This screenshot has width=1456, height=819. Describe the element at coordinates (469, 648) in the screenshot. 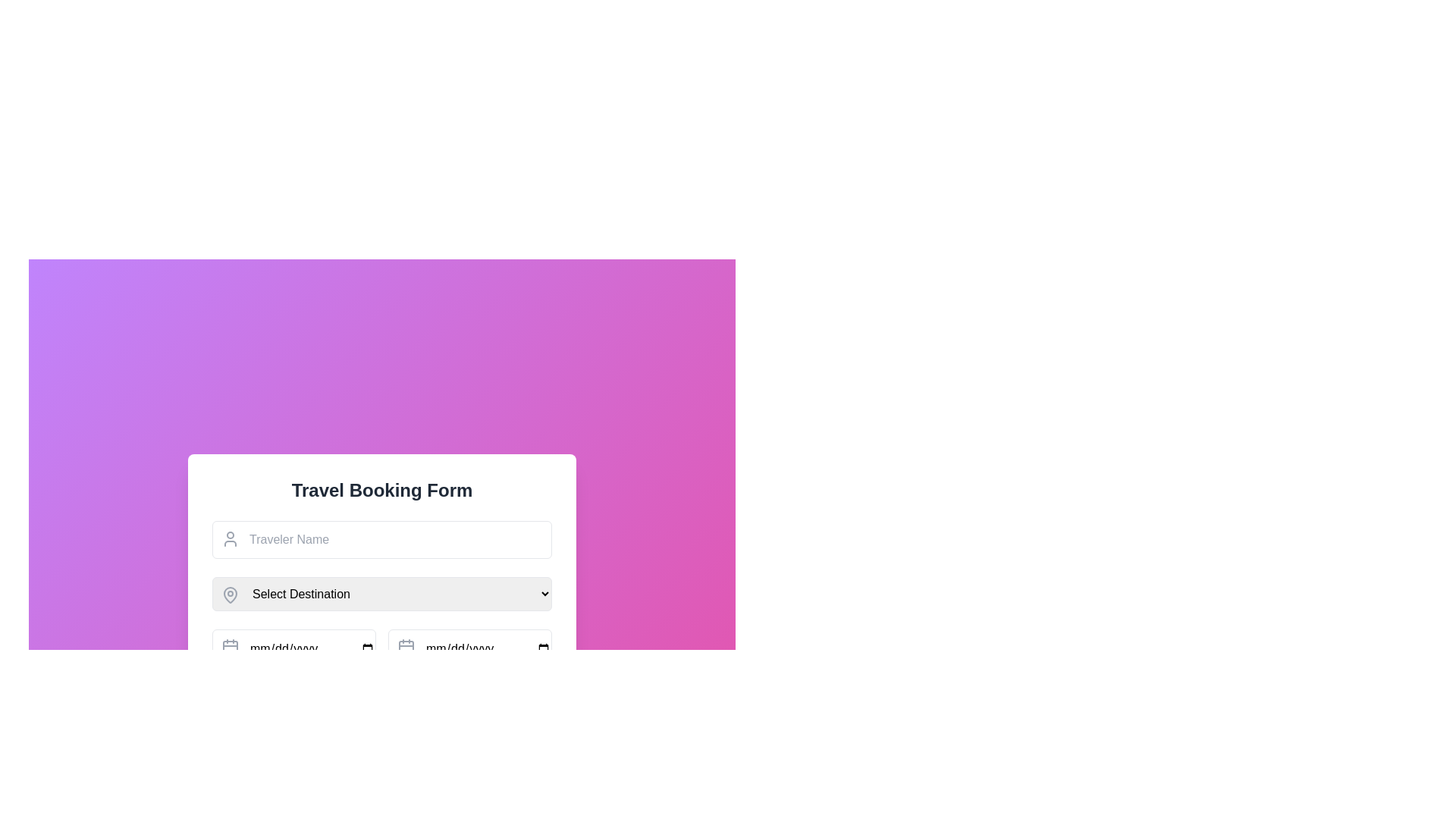

I see `the Date picker input field located in the bottom row of a two-column grid layout, aligned to the right column, which features placeholder text 'mm/dd/yyyy'` at that location.